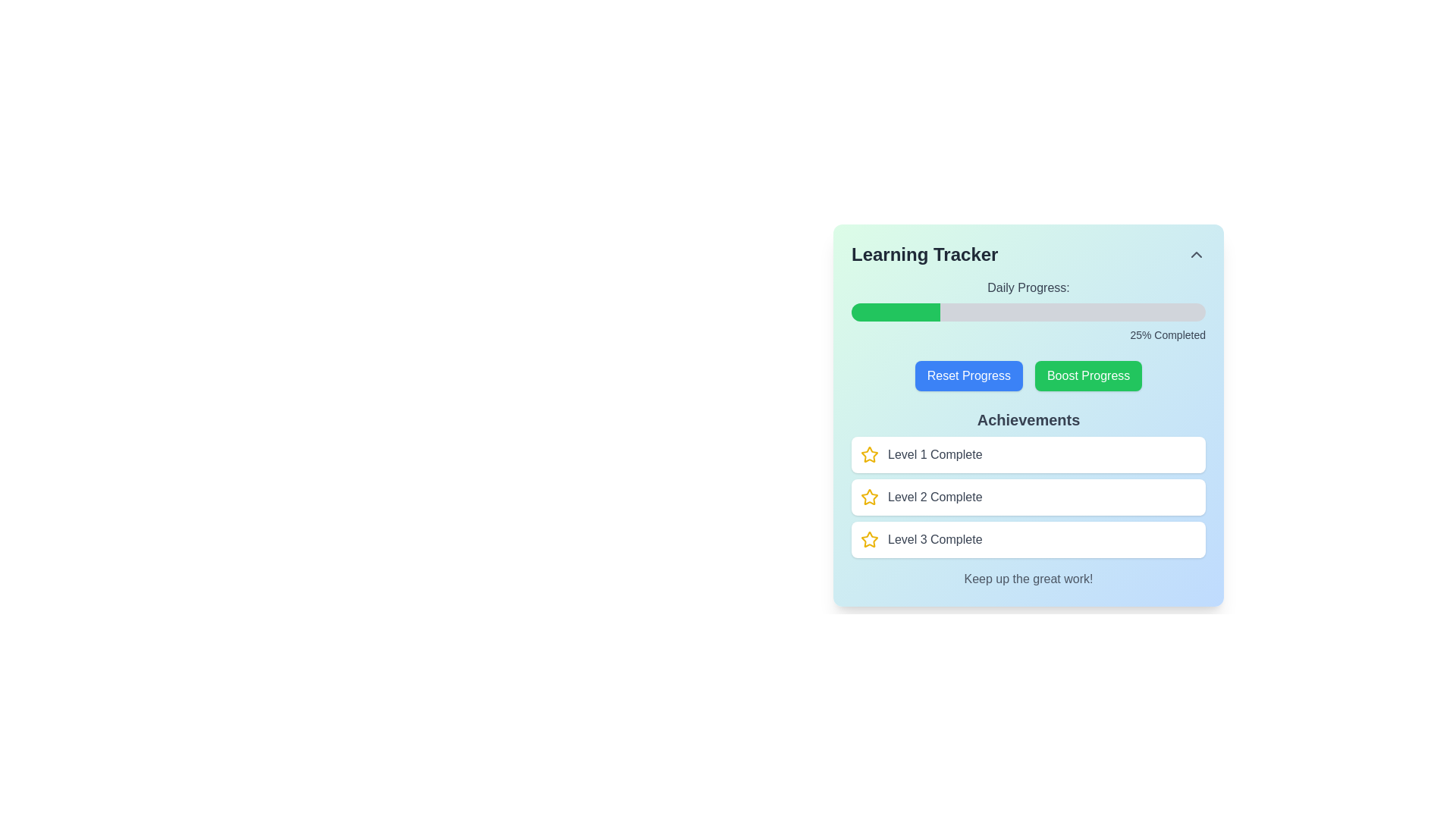  I want to click on the Progress indicator block that lists achievements such as 'Level 1 Complete', 'Level 2 Complete', and 'Level 3 Complete', positioned near the center of the 'Achievements' panel, so click(1028, 497).